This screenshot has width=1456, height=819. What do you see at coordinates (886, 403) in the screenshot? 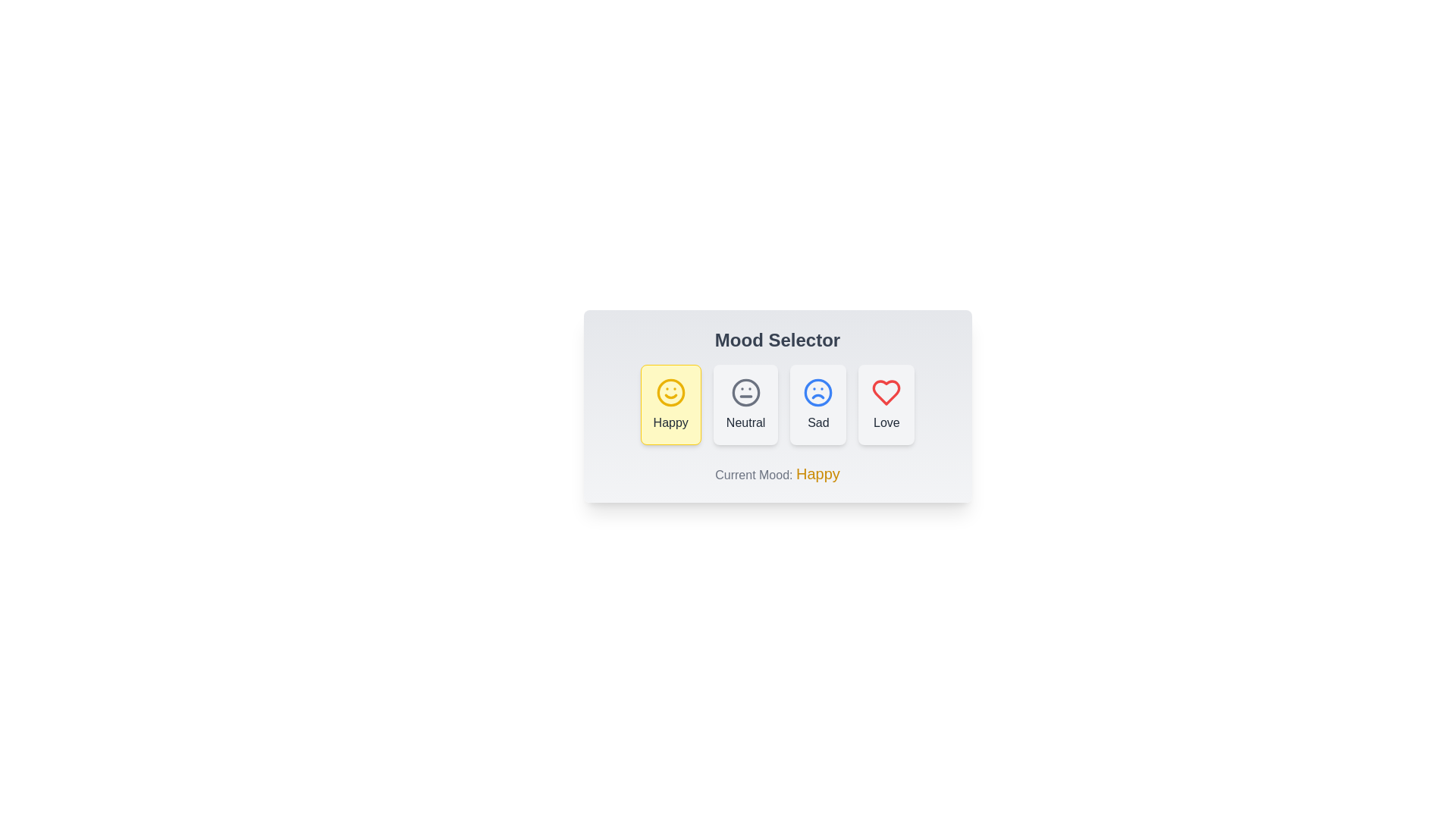
I see `the button corresponding to the mood Love` at bounding box center [886, 403].